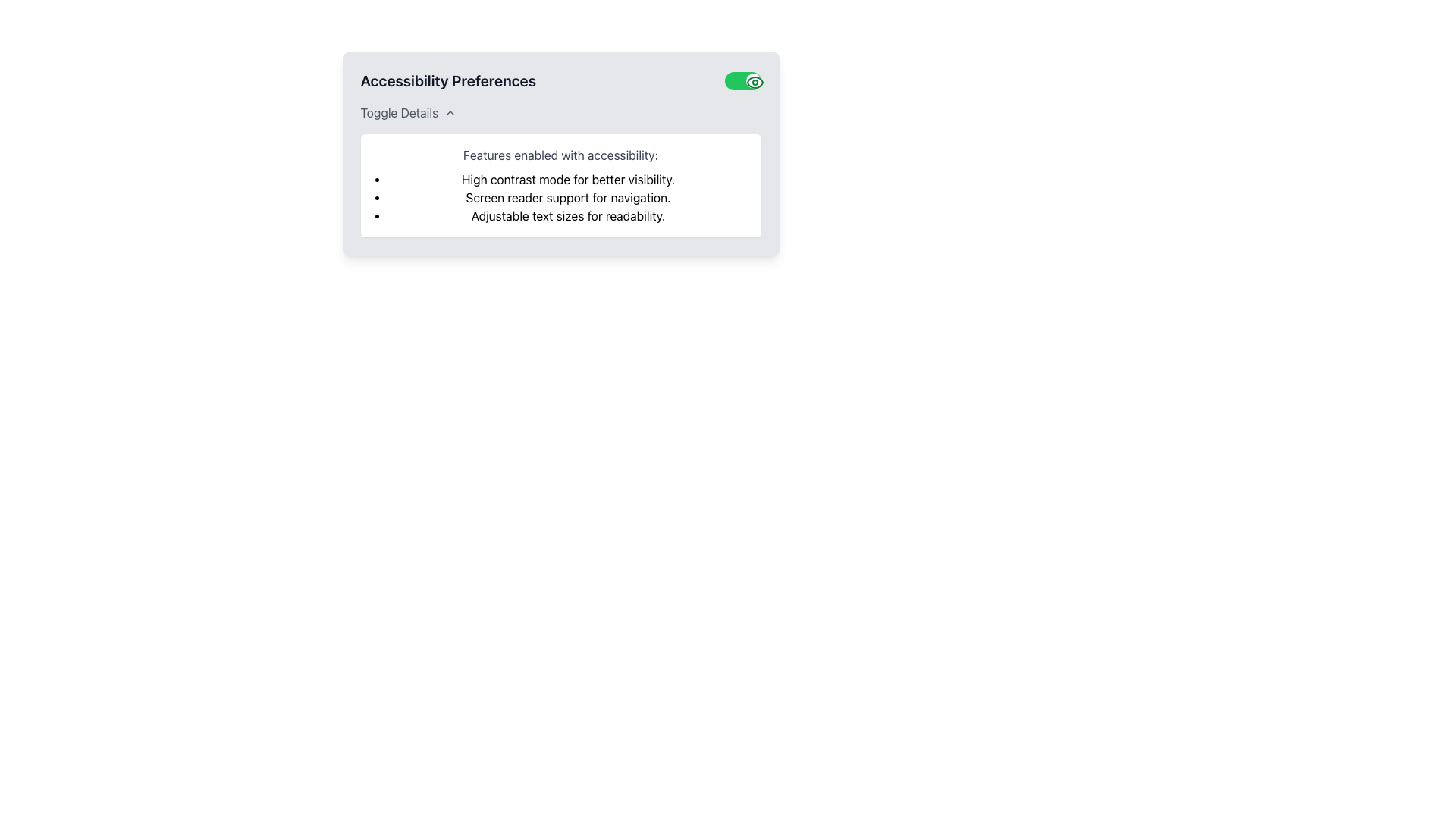  I want to click on the eye-shaped icon with a vibrant green color and a white background, located to the right of the green toggle switch, so click(755, 82).